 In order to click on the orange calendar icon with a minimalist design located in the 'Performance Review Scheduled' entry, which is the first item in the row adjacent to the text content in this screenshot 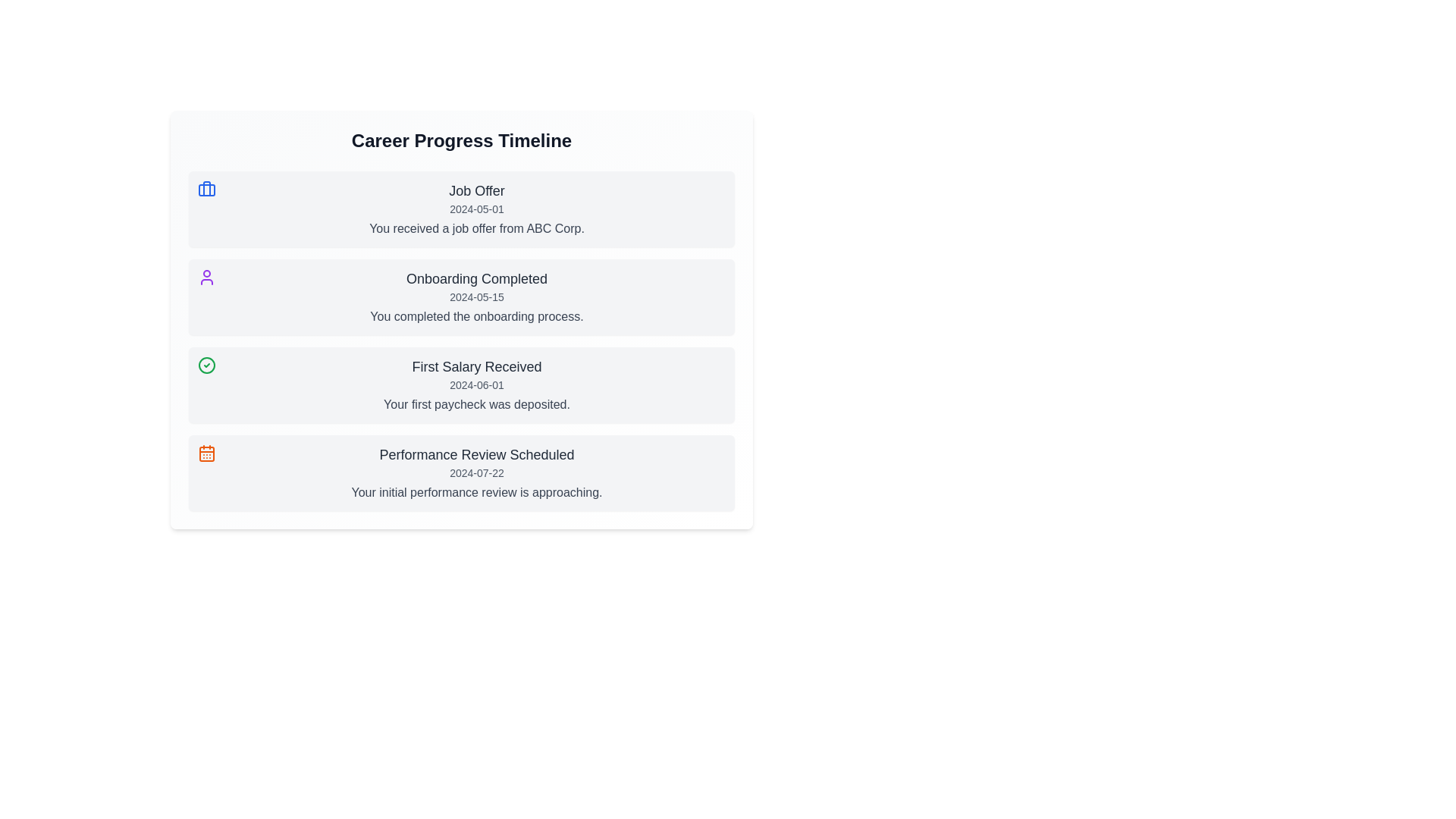, I will do `click(206, 452)`.